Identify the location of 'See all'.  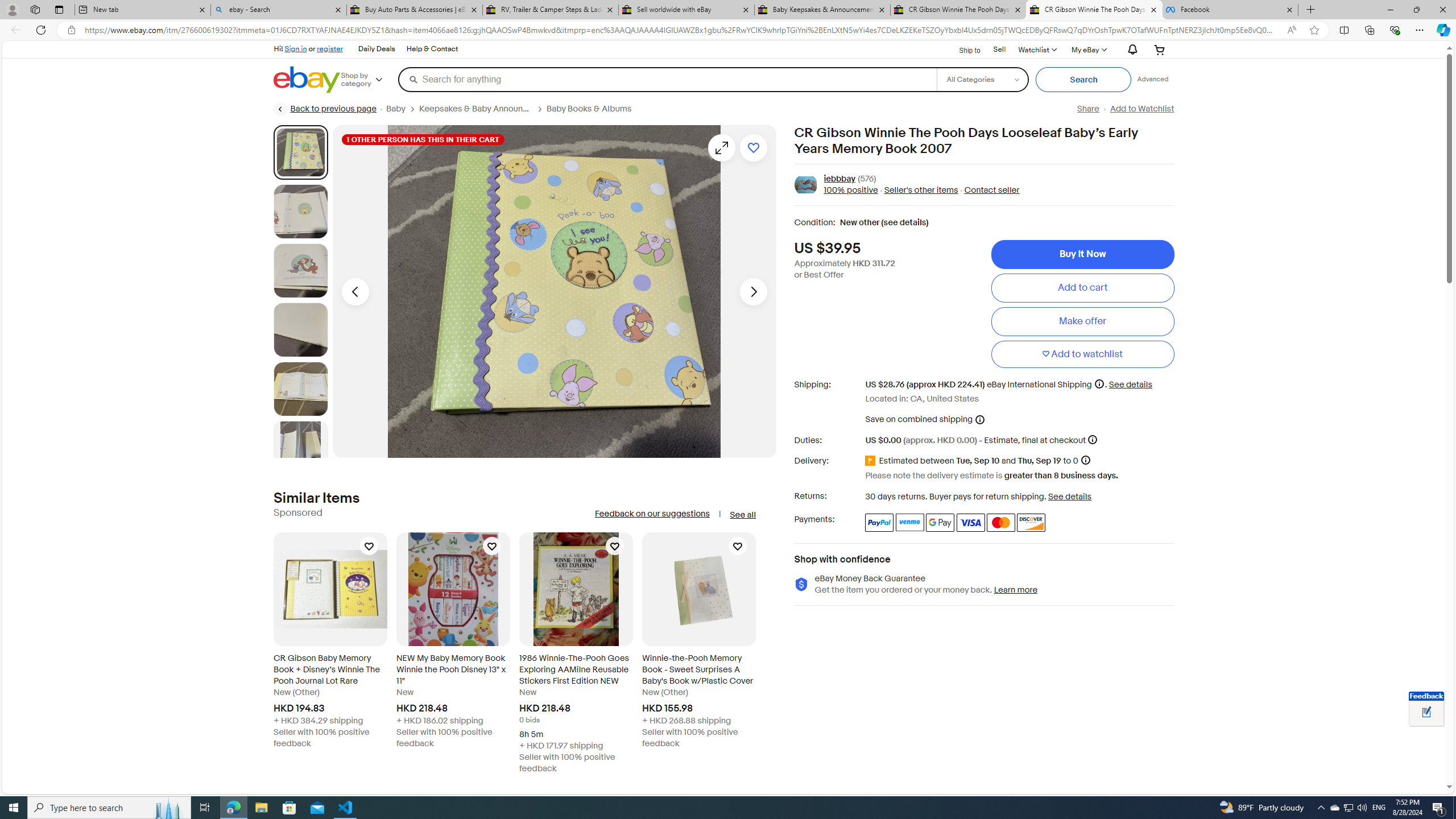
(742, 514).